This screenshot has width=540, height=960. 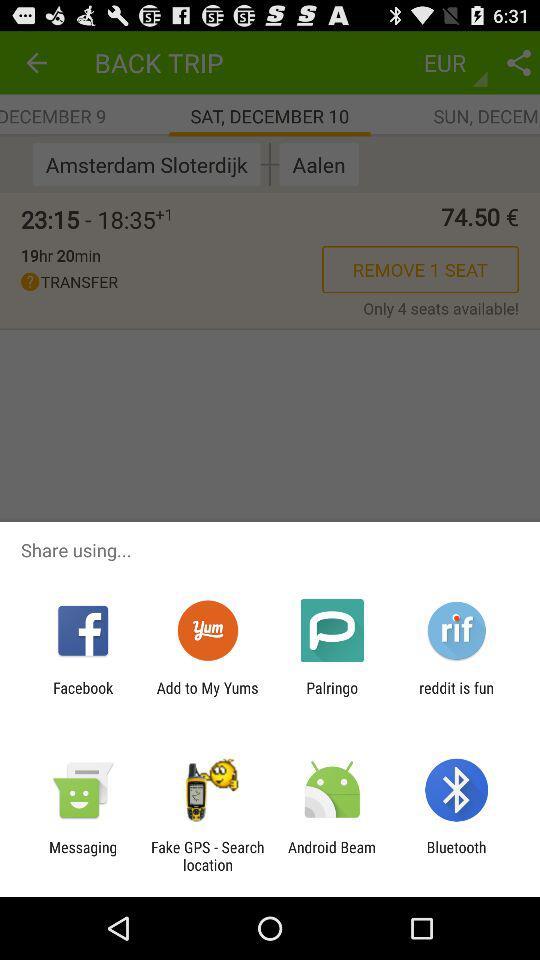 I want to click on app next to add to my app, so click(x=82, y=696).